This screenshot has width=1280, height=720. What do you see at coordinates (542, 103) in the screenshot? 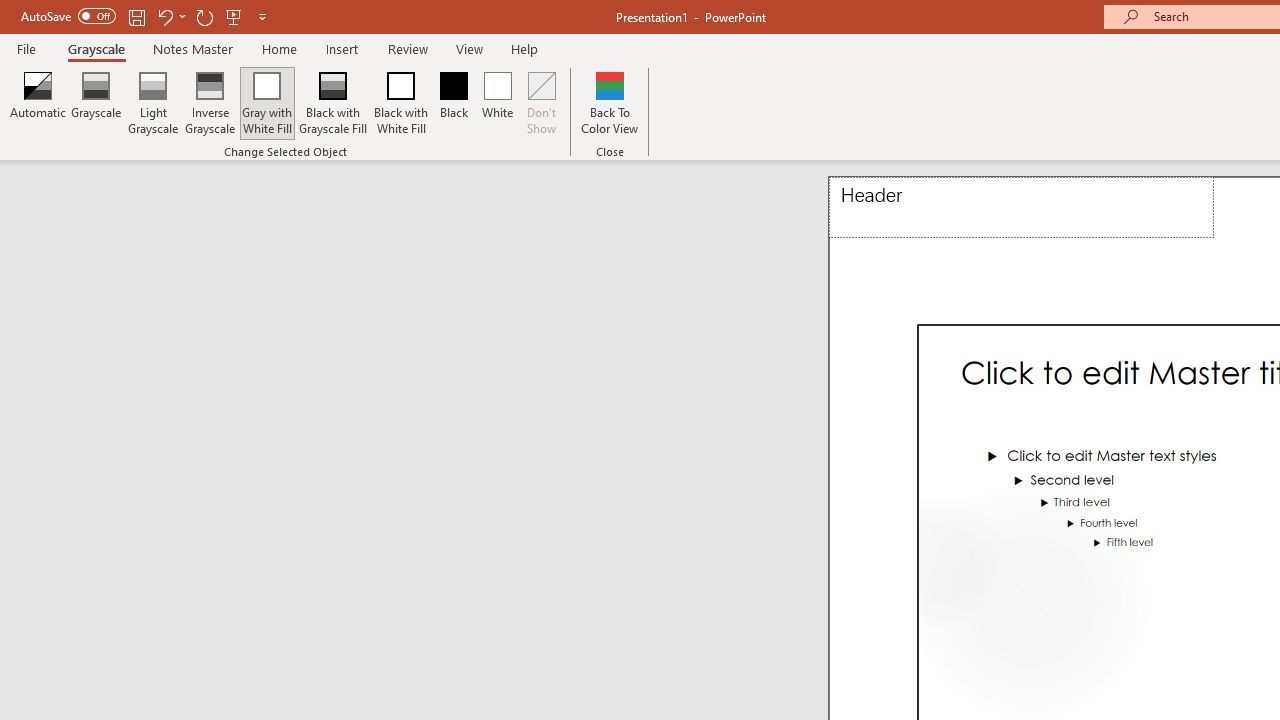
I see `'Don'` at bounding box center [542, 103].